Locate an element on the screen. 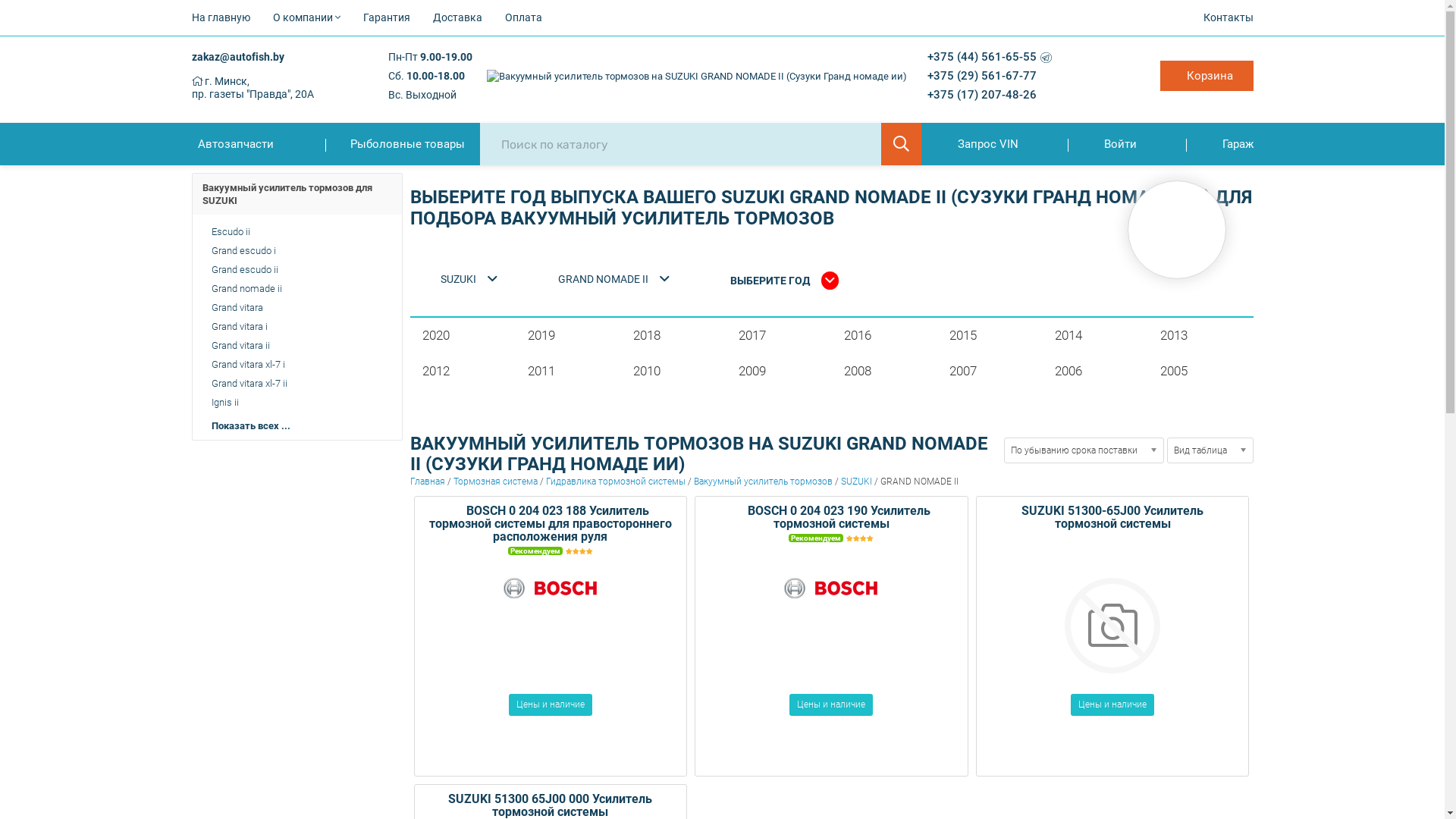  'Grand escudo i' is located at coordinates (296, 249).